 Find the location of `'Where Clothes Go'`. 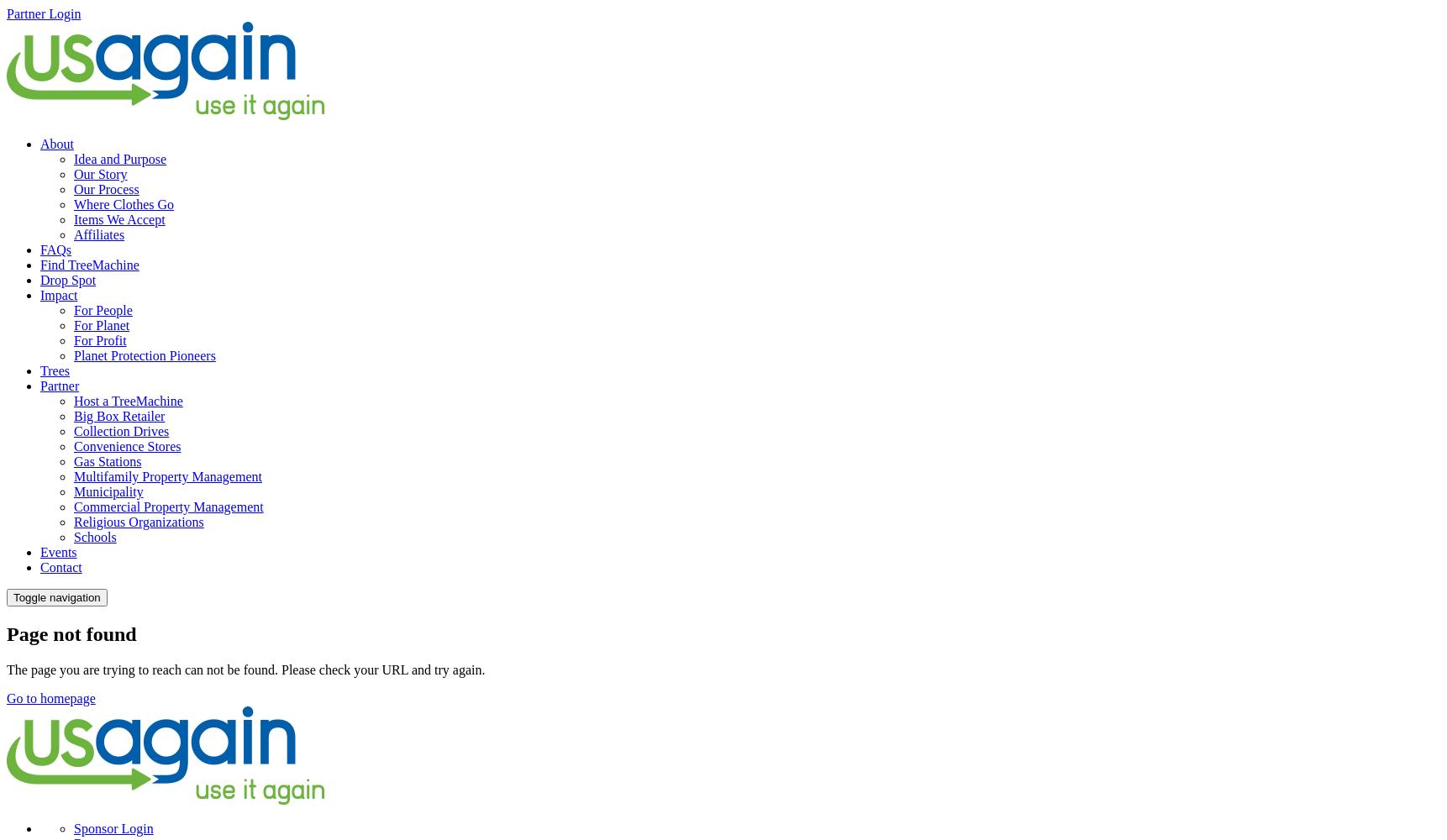

'Where Clothes Go' is located at coordinates (124, 203).